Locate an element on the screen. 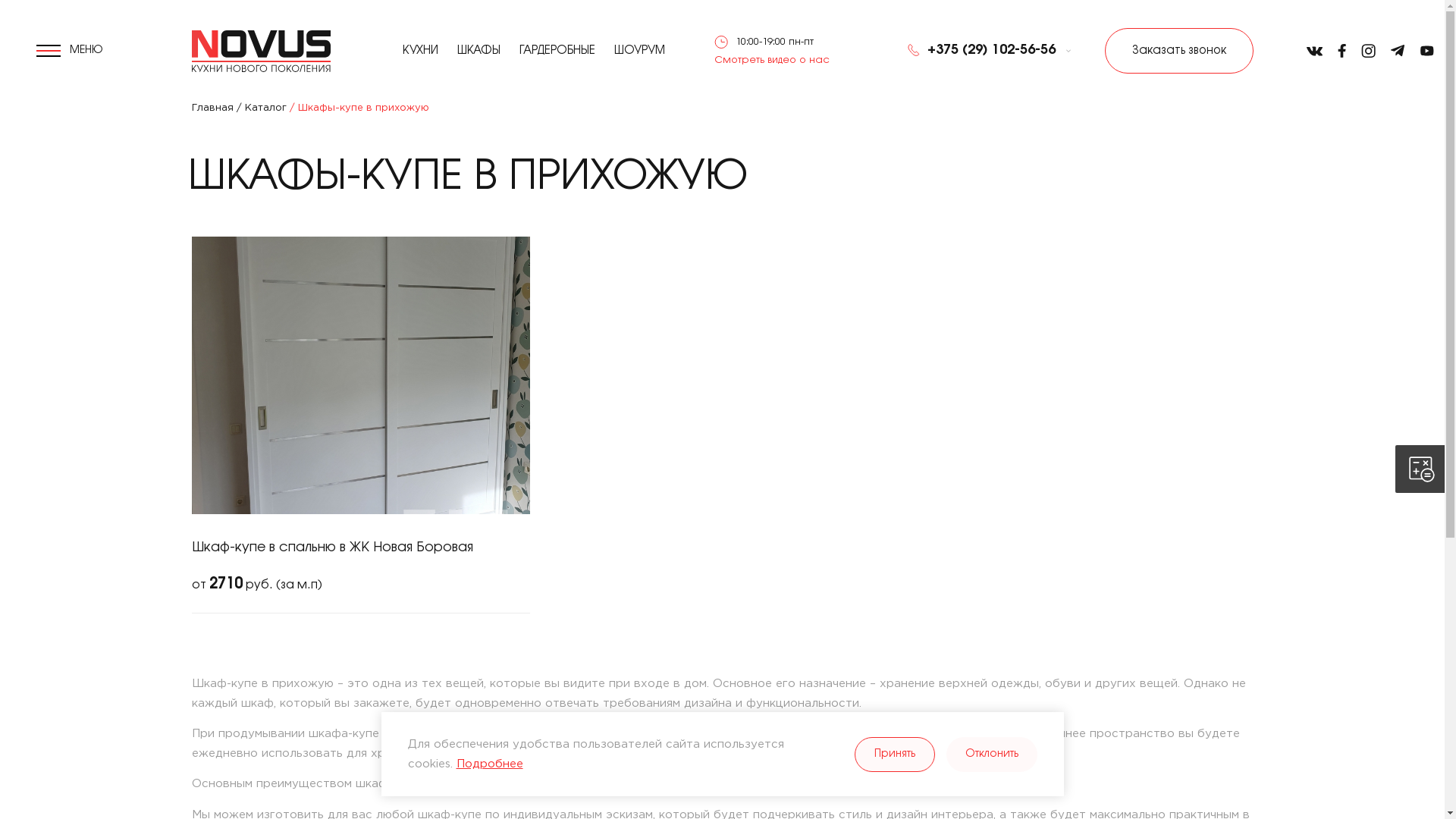  '+375 (29) 102-56-56' is located at coordinates (980, 49).